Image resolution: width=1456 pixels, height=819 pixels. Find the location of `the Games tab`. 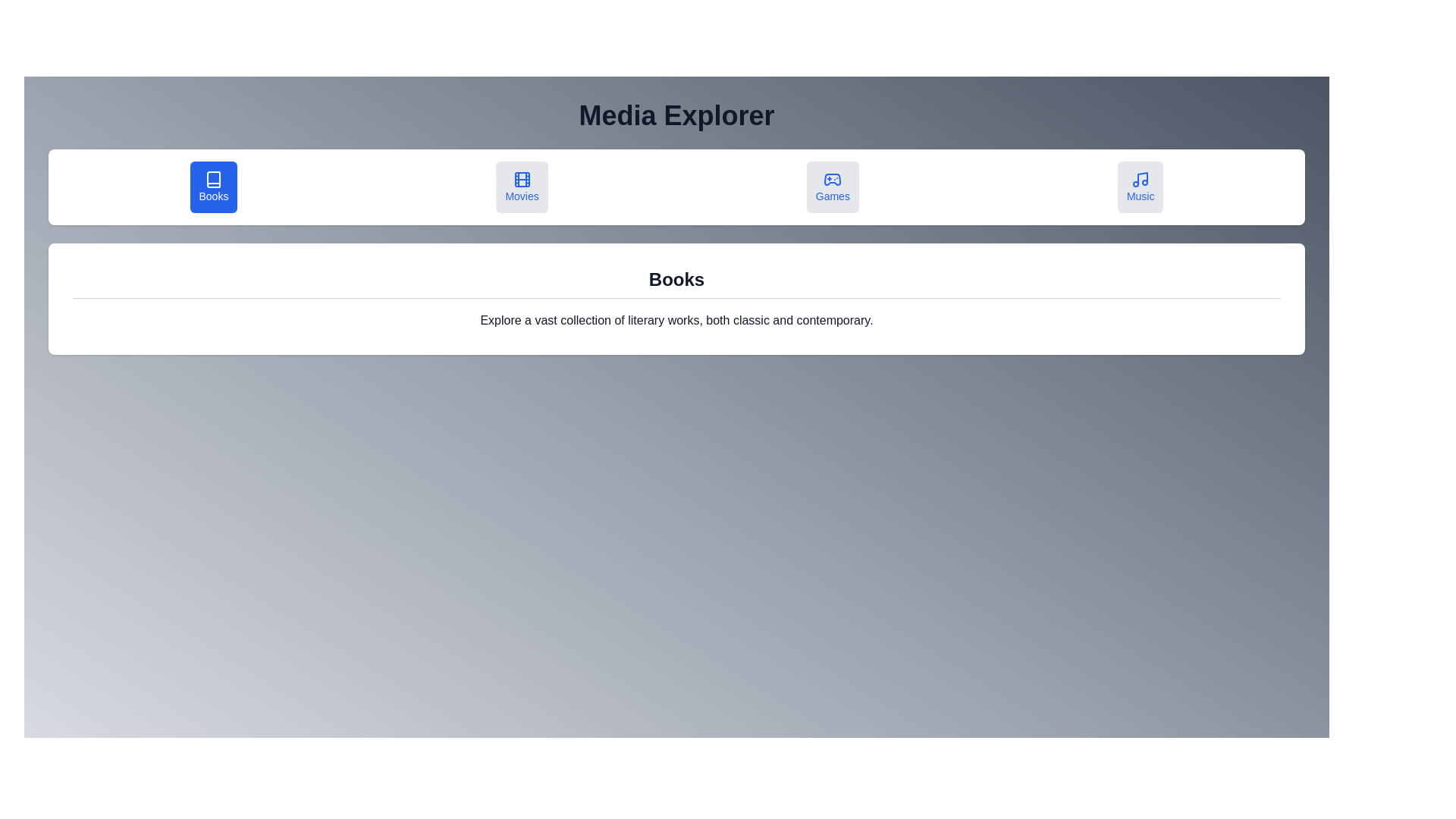

the Games tab is located at coordinates (832, 186).